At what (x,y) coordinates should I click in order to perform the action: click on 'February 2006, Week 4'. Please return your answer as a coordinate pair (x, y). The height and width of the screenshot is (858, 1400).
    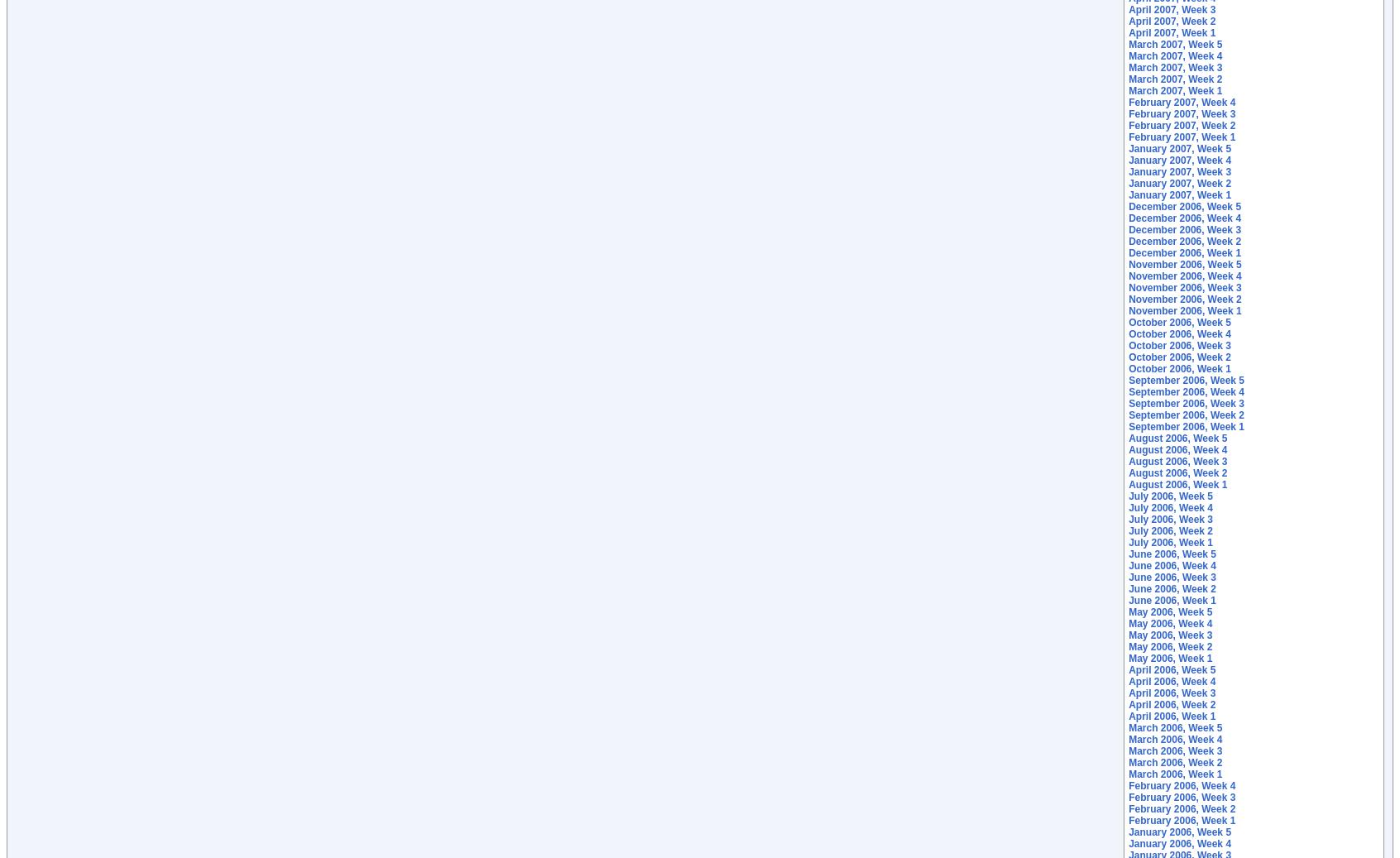
    Looking at the image, I should click on (1181, 785).